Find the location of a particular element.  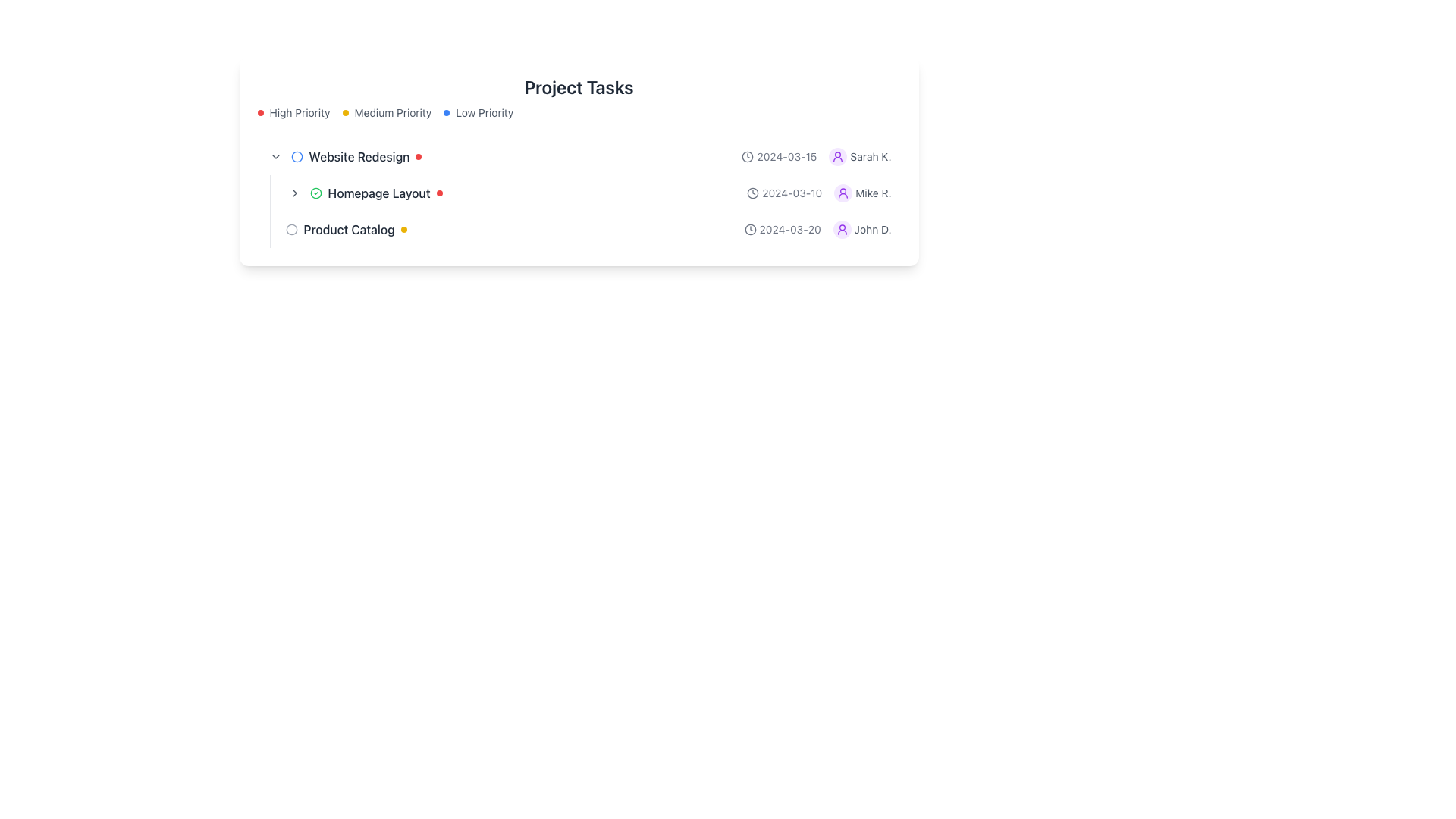

the circular icon with a light purple background and user avatar symbol associated with 'Sarah K.' on the right side of the interface is located at coordinates (837, 157).